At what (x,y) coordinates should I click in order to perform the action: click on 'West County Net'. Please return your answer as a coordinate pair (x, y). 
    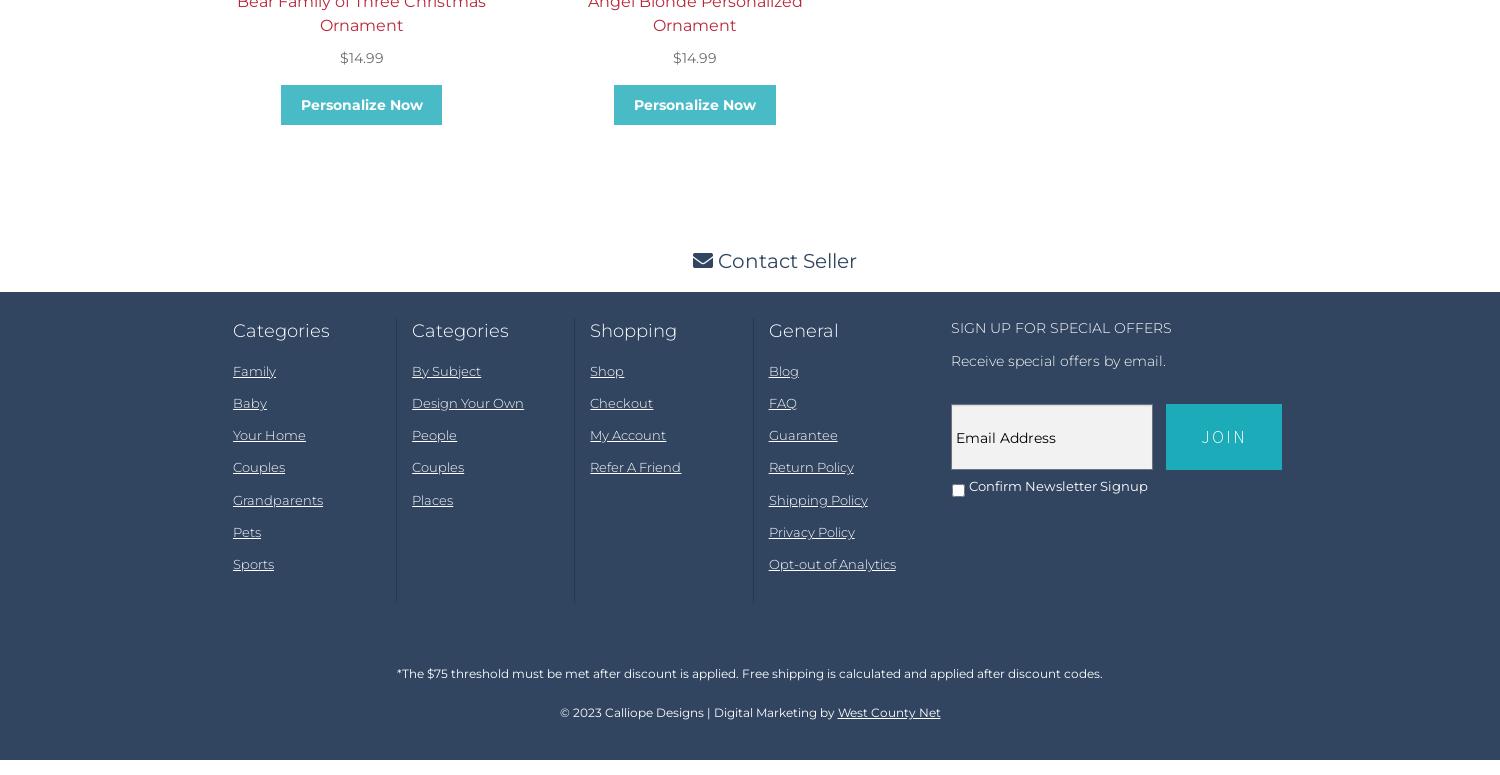
    Looking at the image, I should click on (888, 728).